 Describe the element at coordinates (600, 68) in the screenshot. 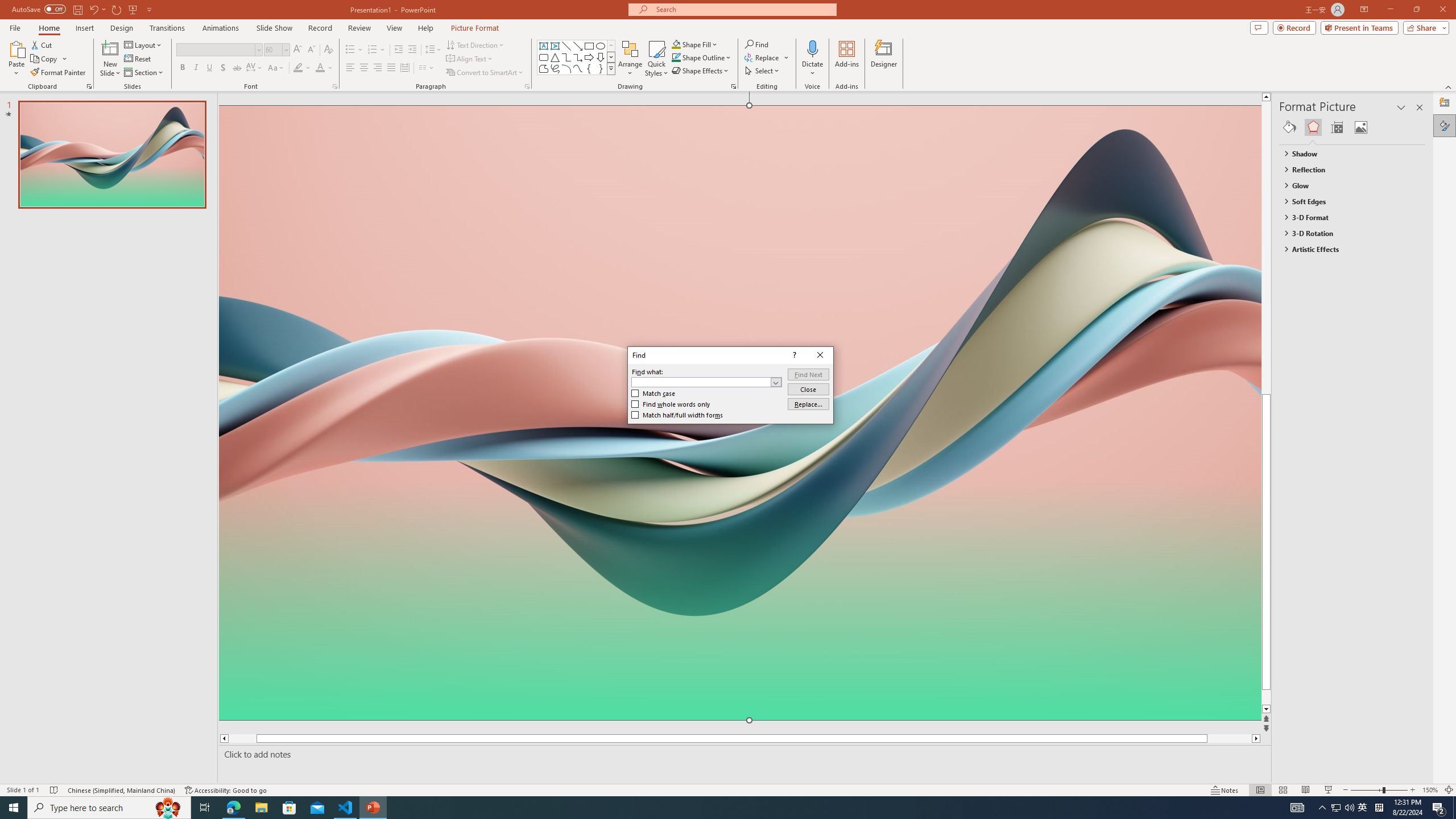

I see `'Right Brace'` at that location.